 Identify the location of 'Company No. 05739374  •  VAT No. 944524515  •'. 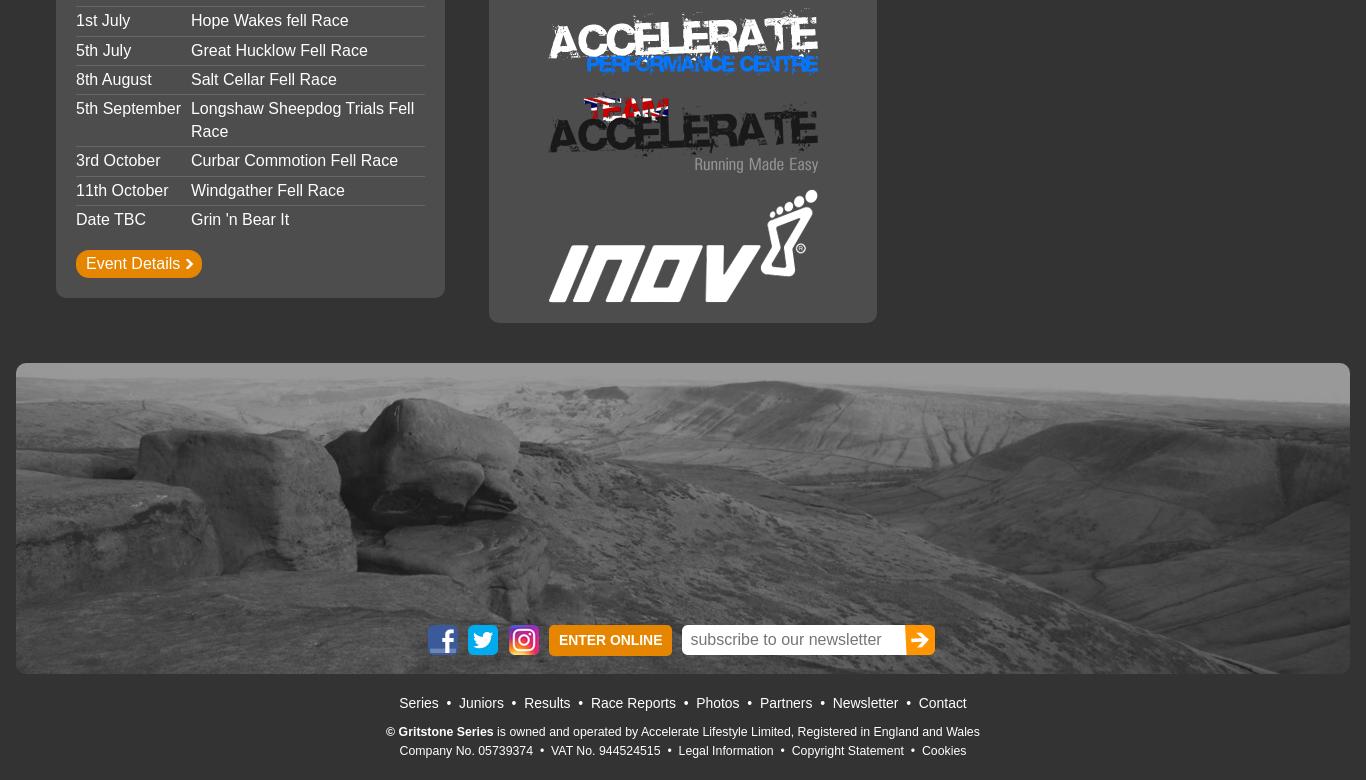
(538, 749).